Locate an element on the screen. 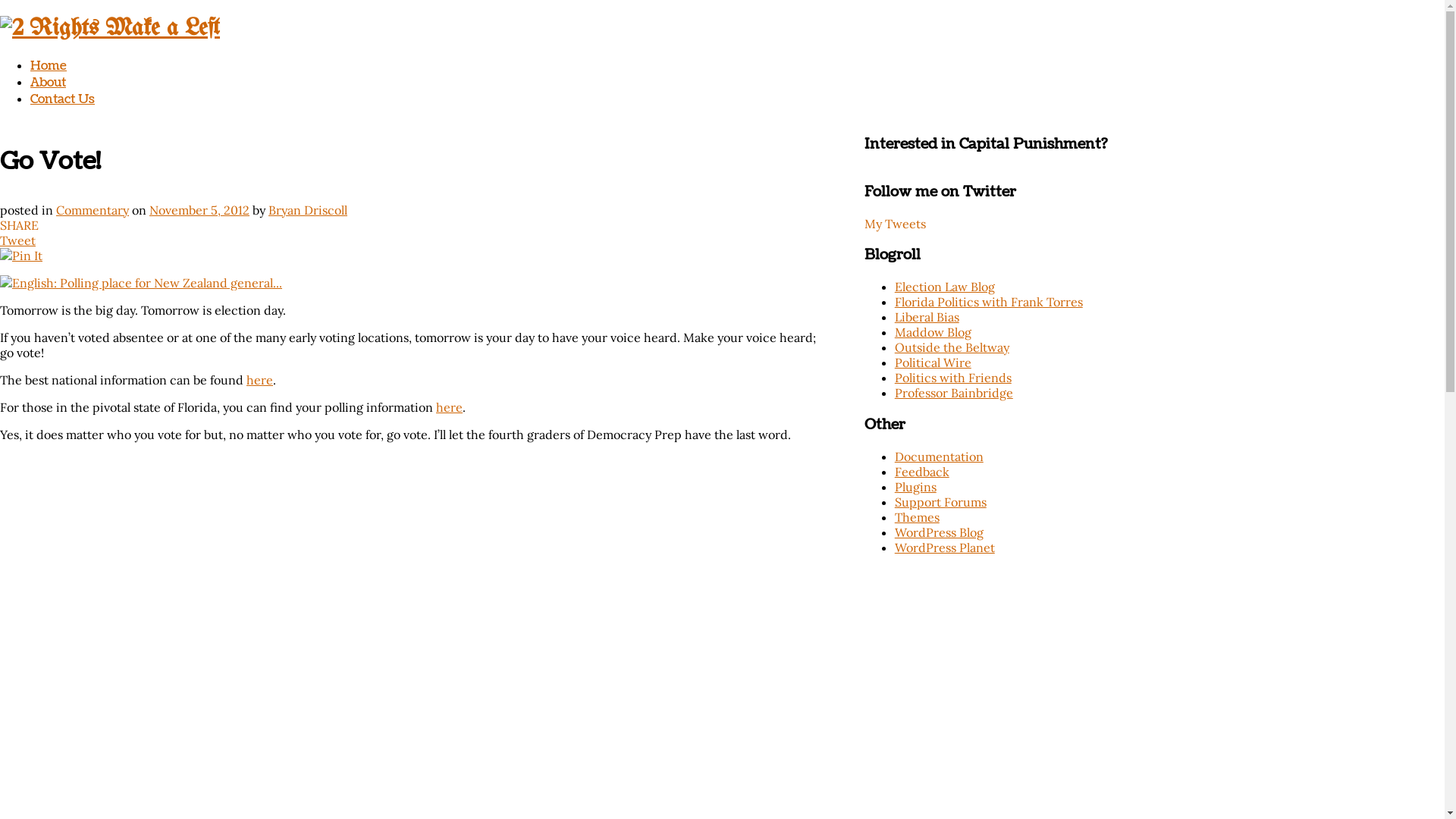 The width and height of the screenshot is (1456, 819). 'Feedback' is located at coordinates (921, 470).